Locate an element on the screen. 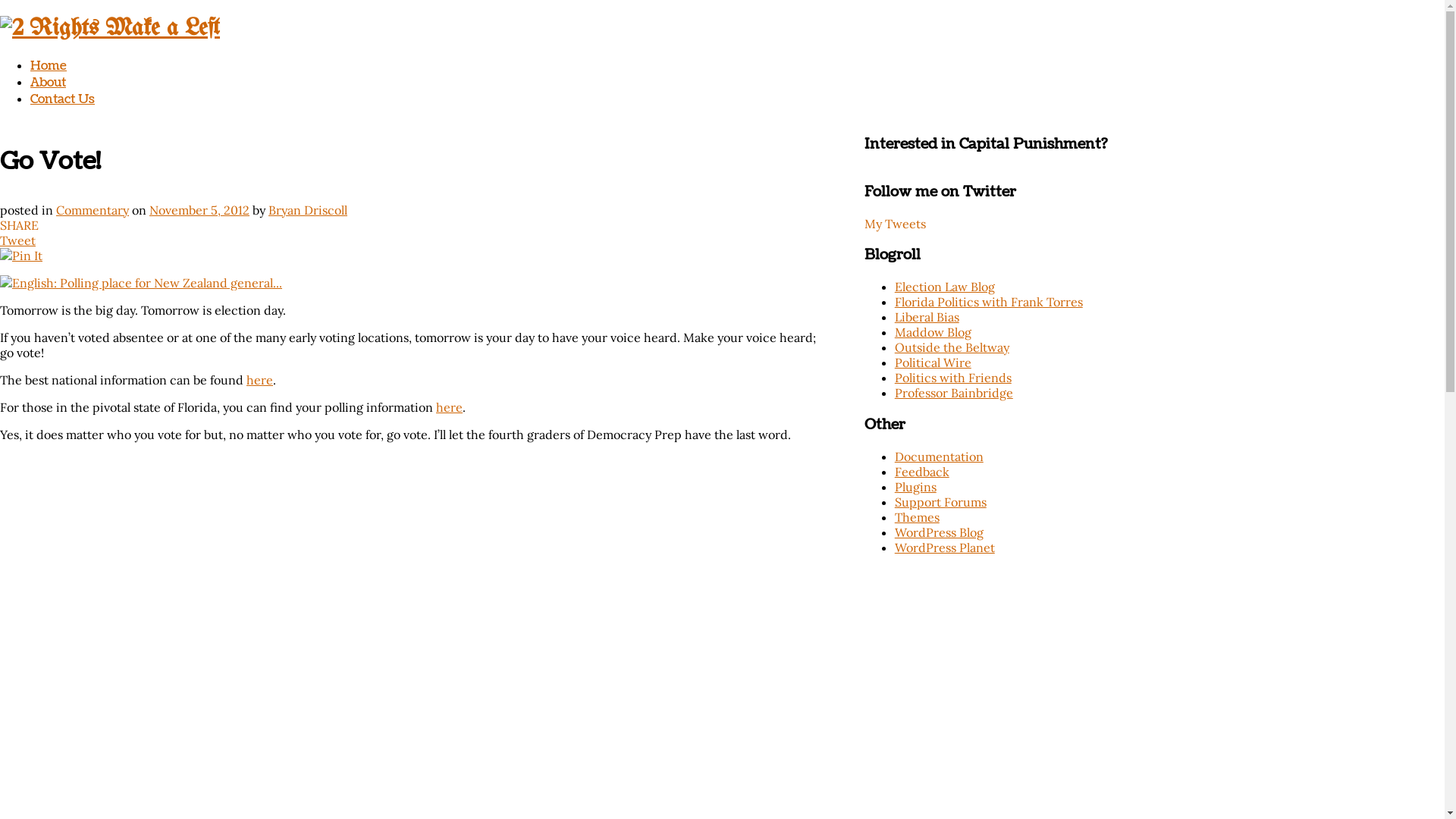 The width and height of the screenshot is (1456, 819). 'Feedback' is located at coordinates (921, 470).